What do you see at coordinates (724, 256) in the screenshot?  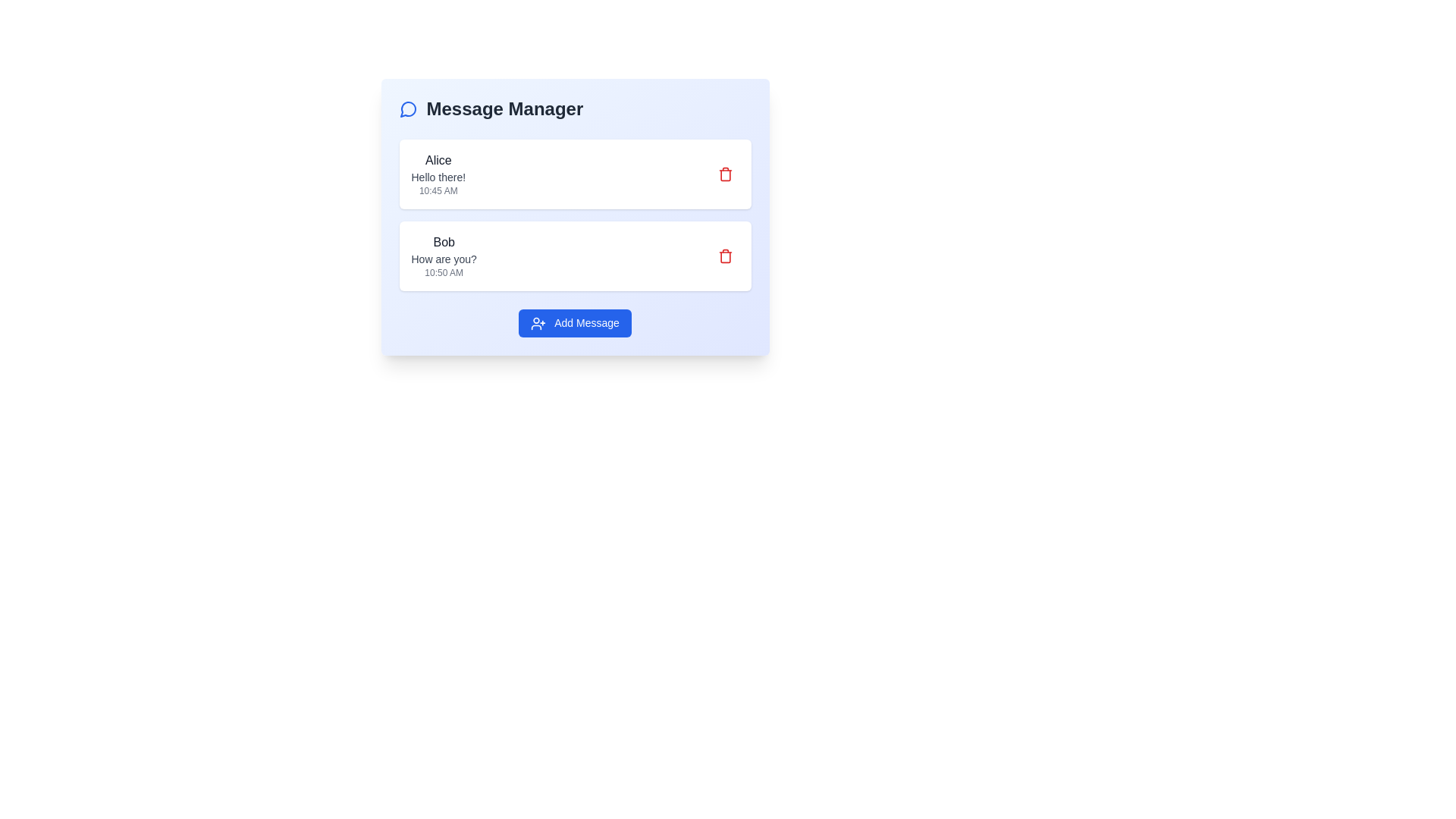 I see `the red trash icon button located in the lower-right corner of the message card containing 'Bob' to trigger its effect` at bounding box center [724, 256].